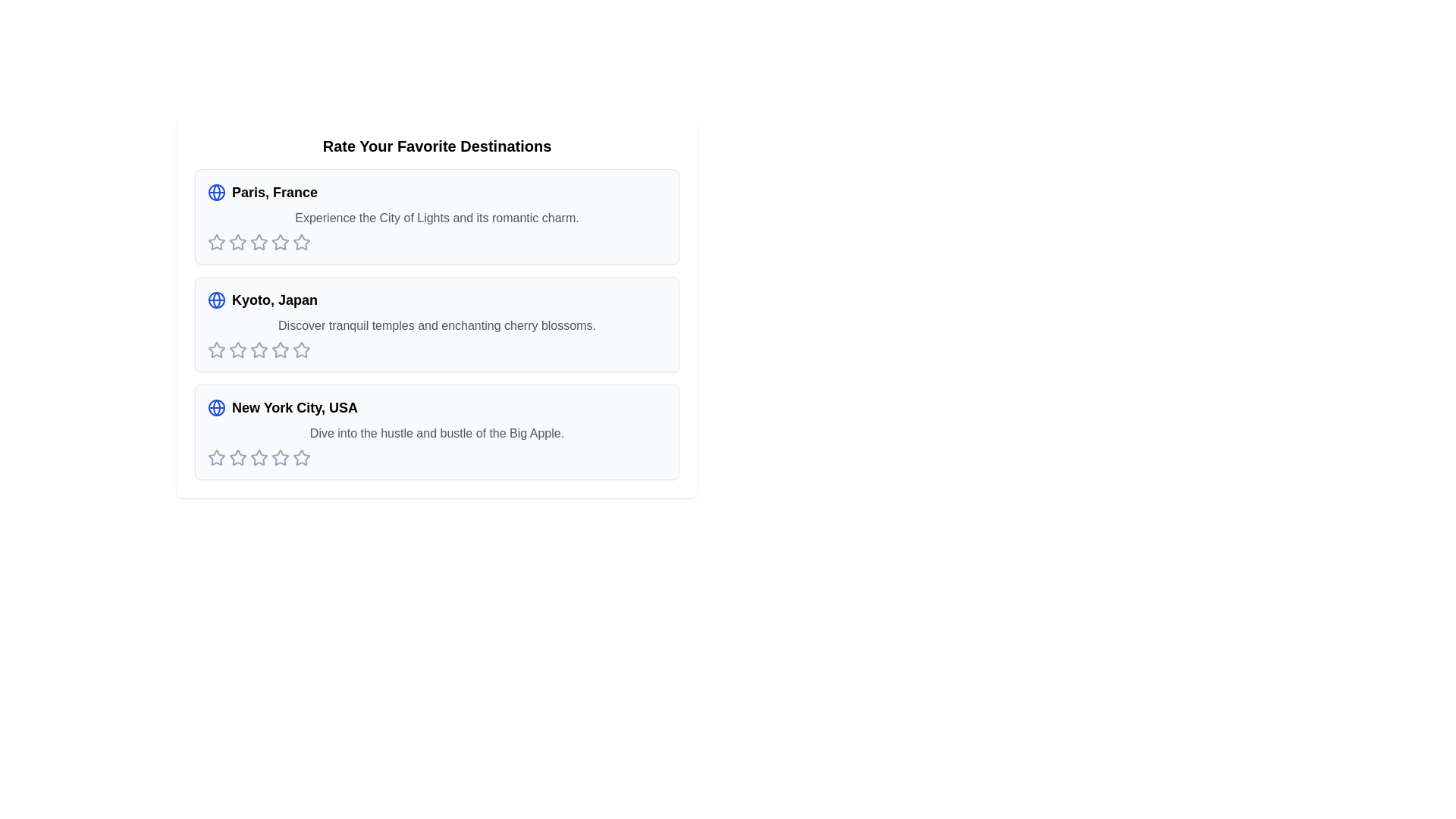  I want to click on the fifth rating star icon, which is a star-shaped icon outlined in gray, located below the text 'Dive into the hustle and bustle of the Big Apple' in the 'New York City, USA' section to assign a rating, so click(302, 457).